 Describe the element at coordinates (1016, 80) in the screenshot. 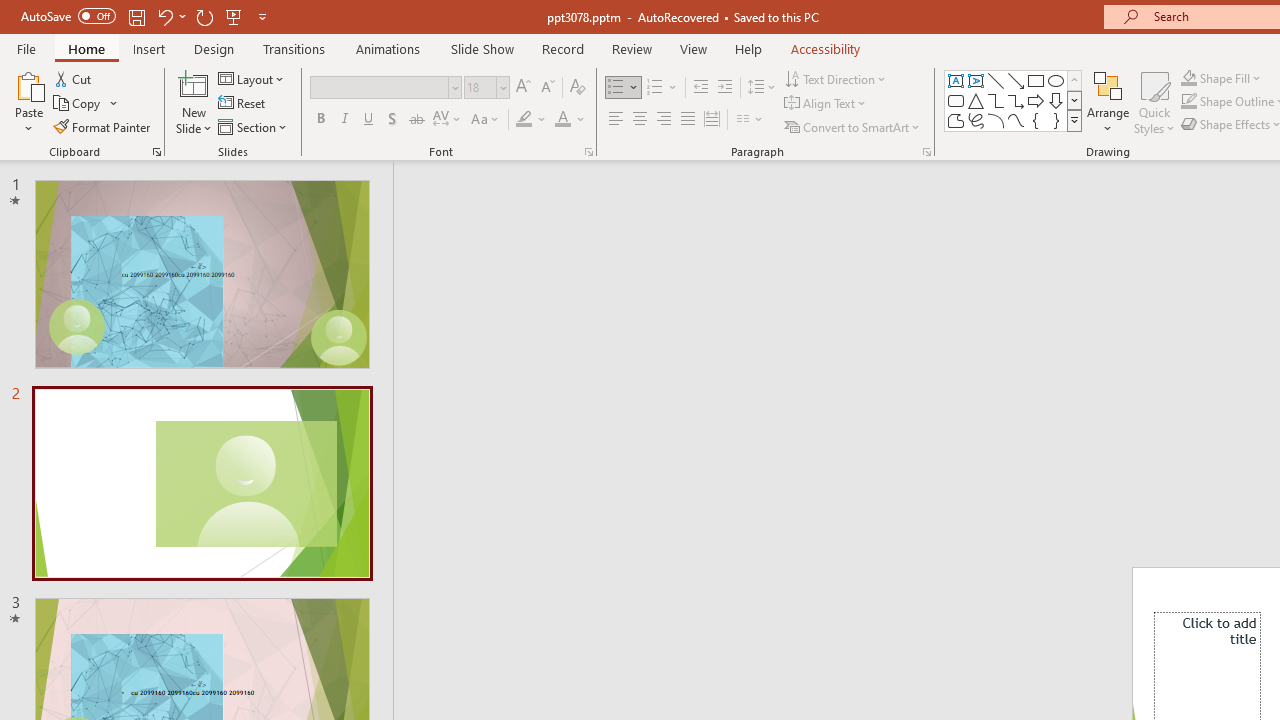

I see `'Line Arrow'` at that location.